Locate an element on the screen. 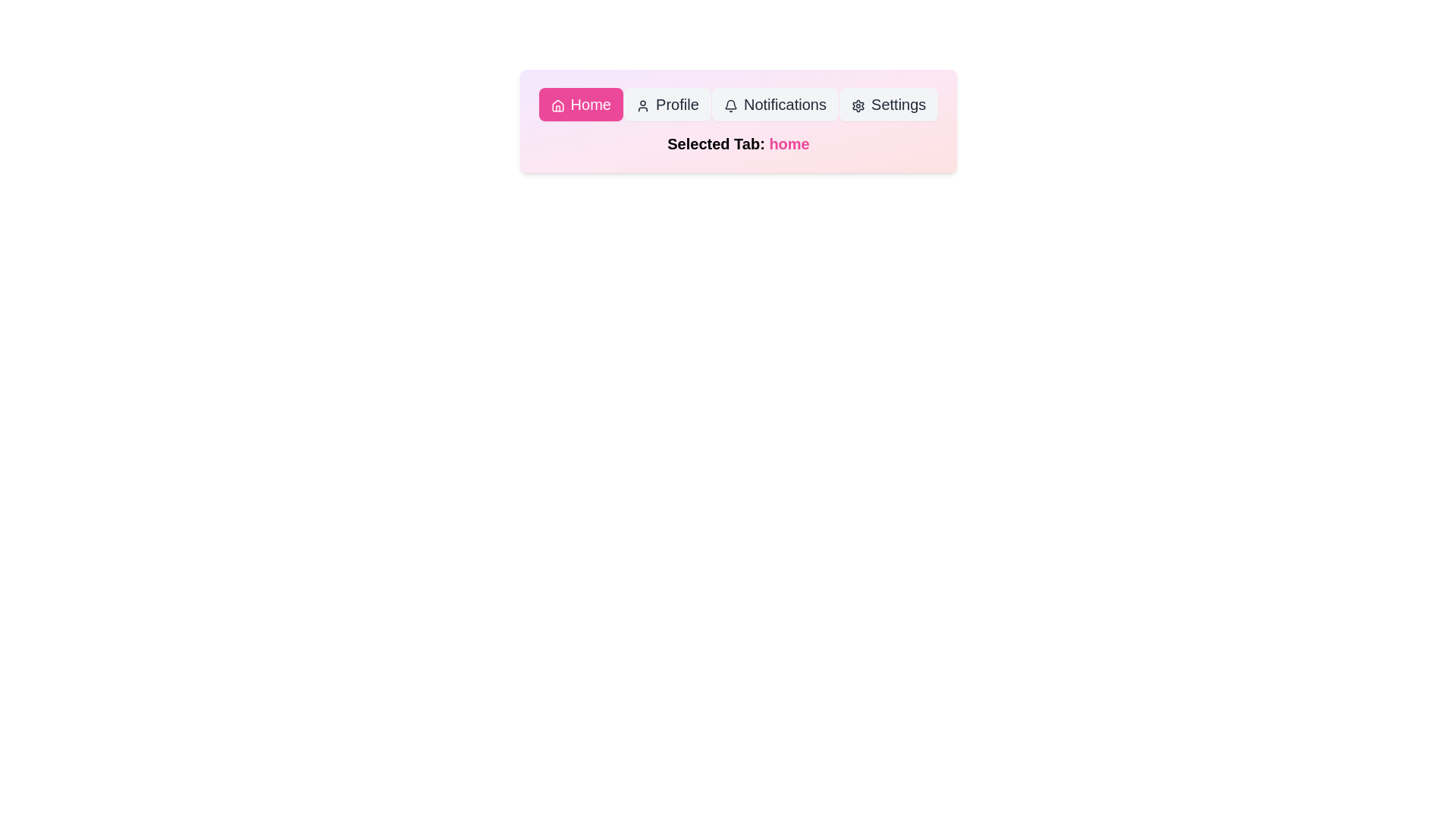 This screenshot has height=819, width=1456. the bell icon that represents the notifications tab, located in the navigation bar at the top center area is located at coordinates (731, 105).